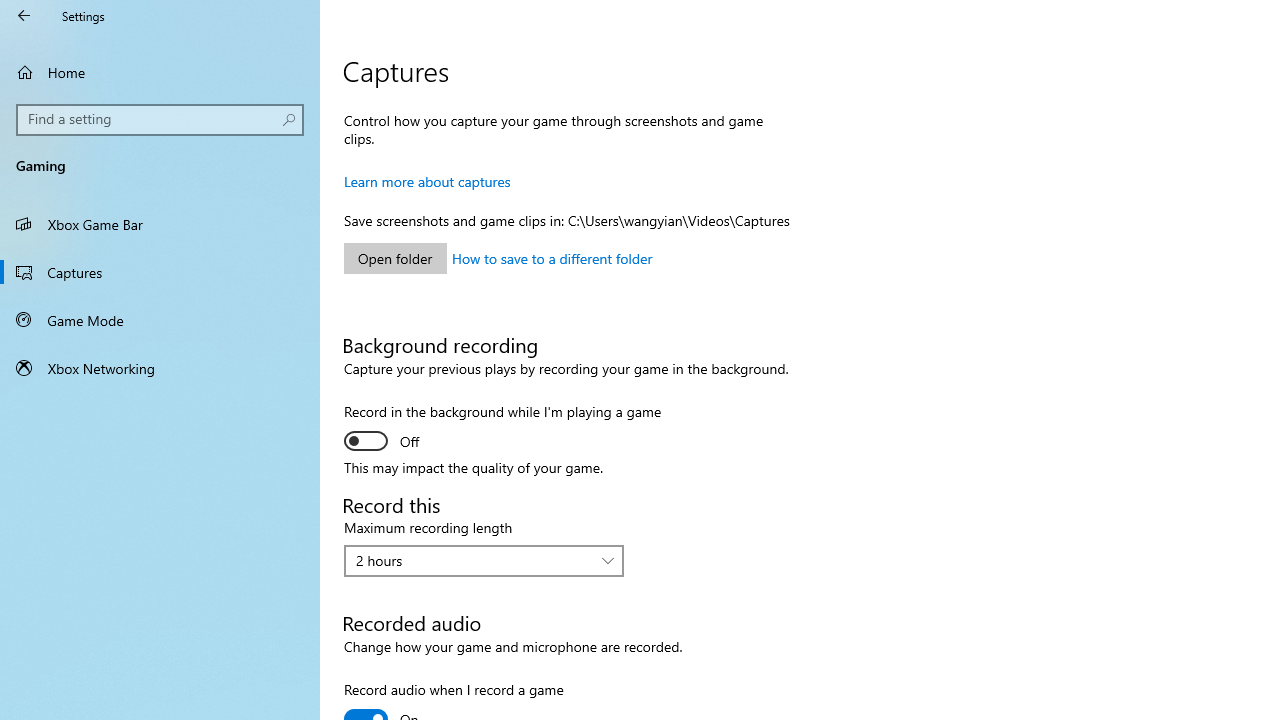 Image resolution: width=1280 pixels, height=720 pixels. What do you see at coordinates (552, 257) in the screenshot?
I see `'How to save to a different folder'` at bounding box center [552, 257].